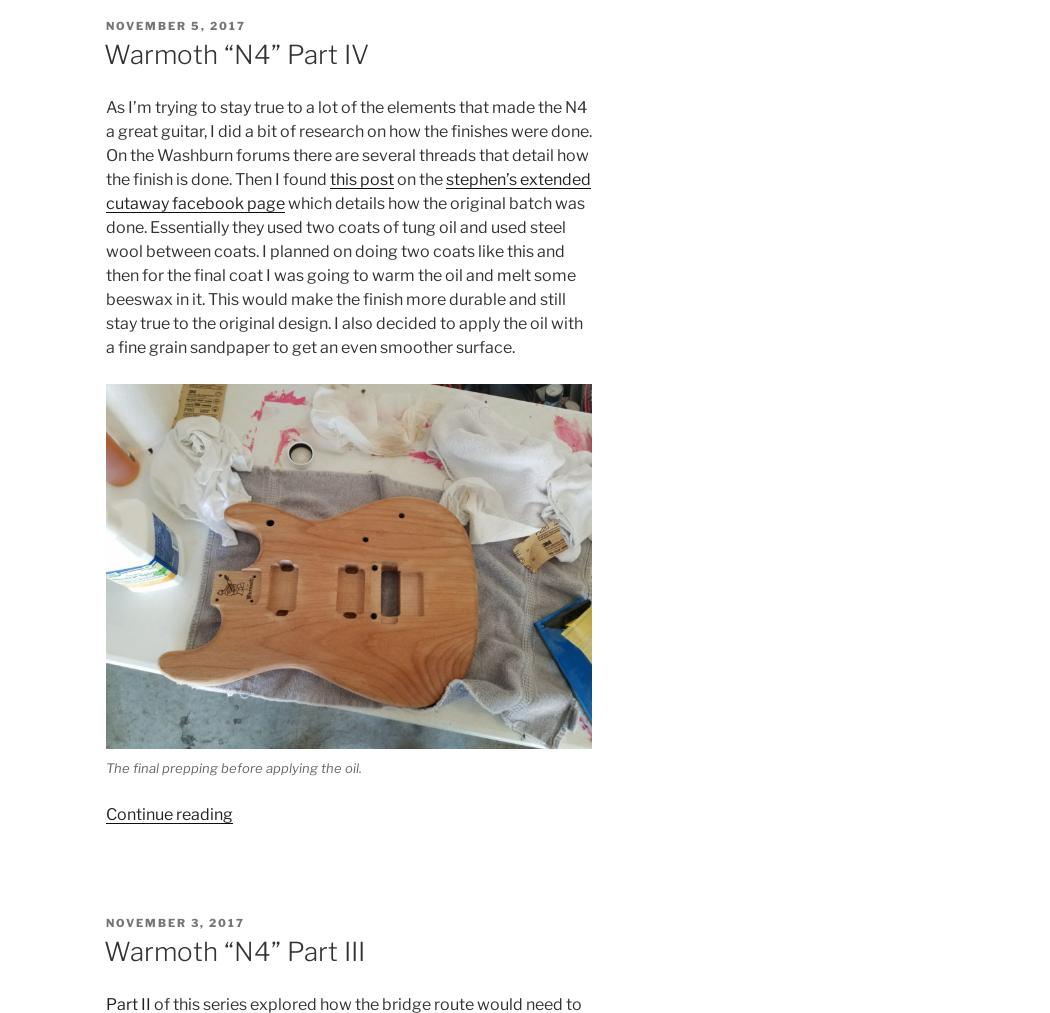 The image size is (1050, 1013). Describe the element at coordinates (105, 922) in the screenshot. I see `'November 3, 2017'` at that location.